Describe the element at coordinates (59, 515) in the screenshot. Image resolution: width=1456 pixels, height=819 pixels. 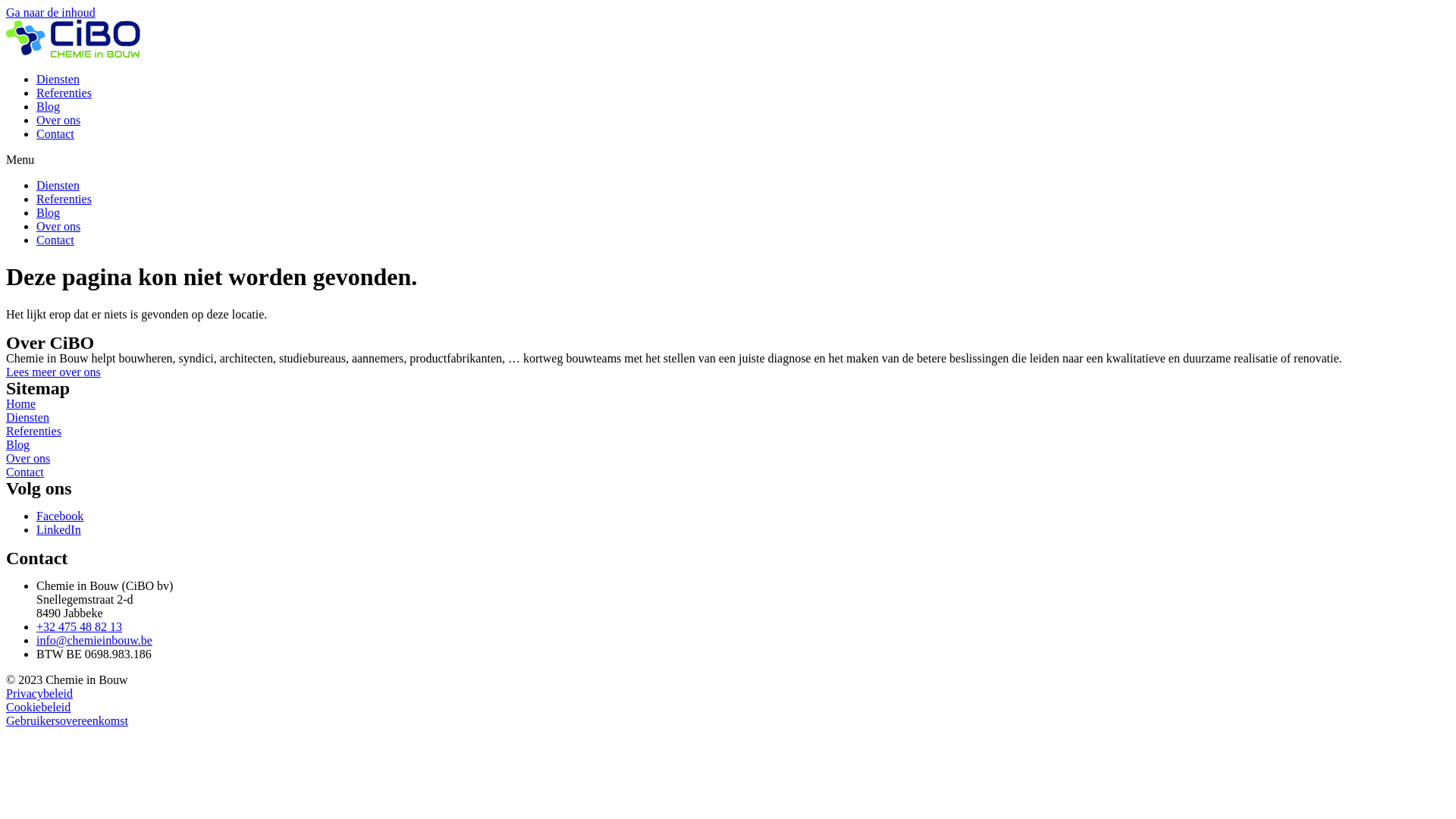
I see `'Facebook'` at that location.